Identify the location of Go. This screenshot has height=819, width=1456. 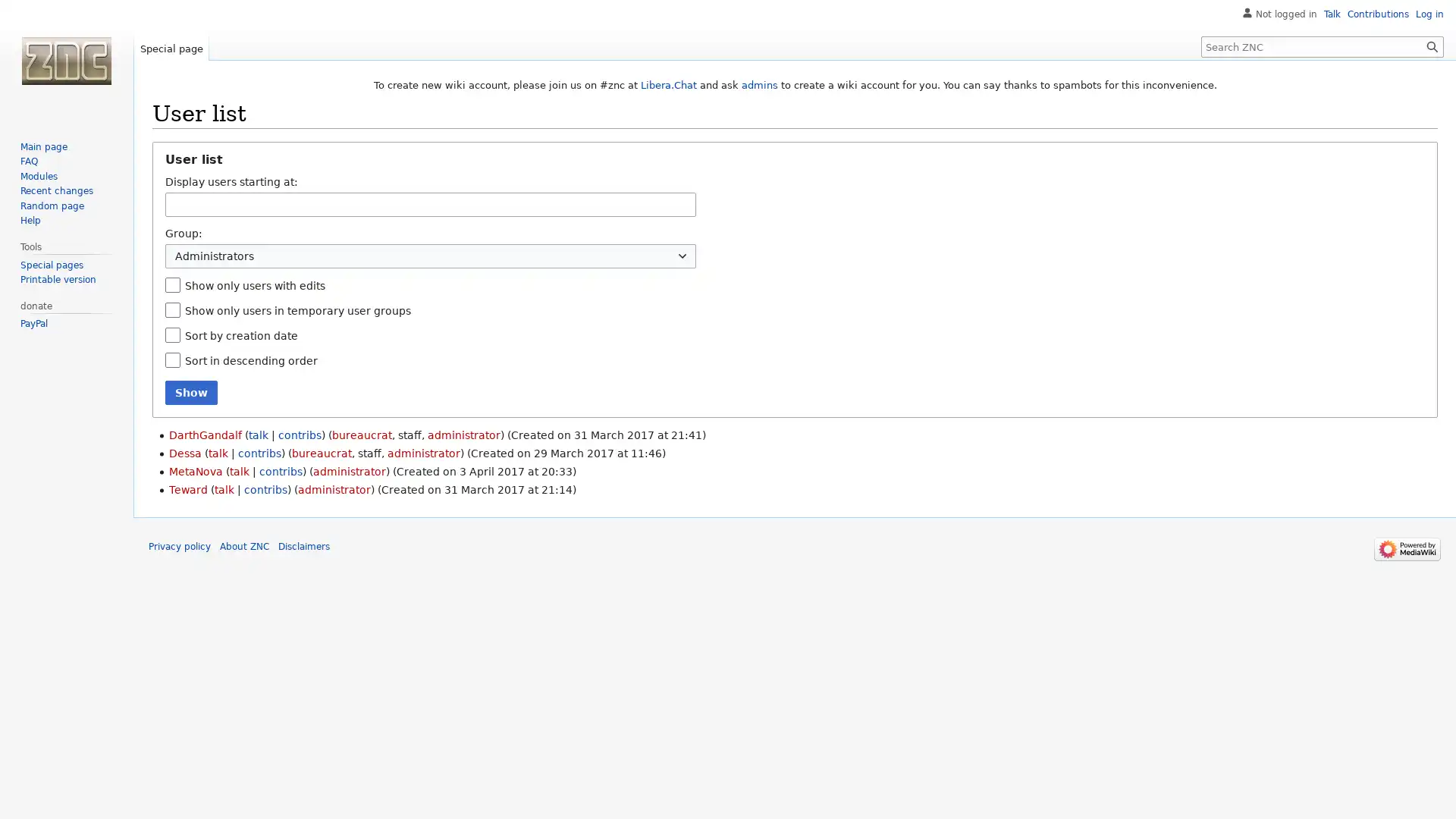
(1432, 45).